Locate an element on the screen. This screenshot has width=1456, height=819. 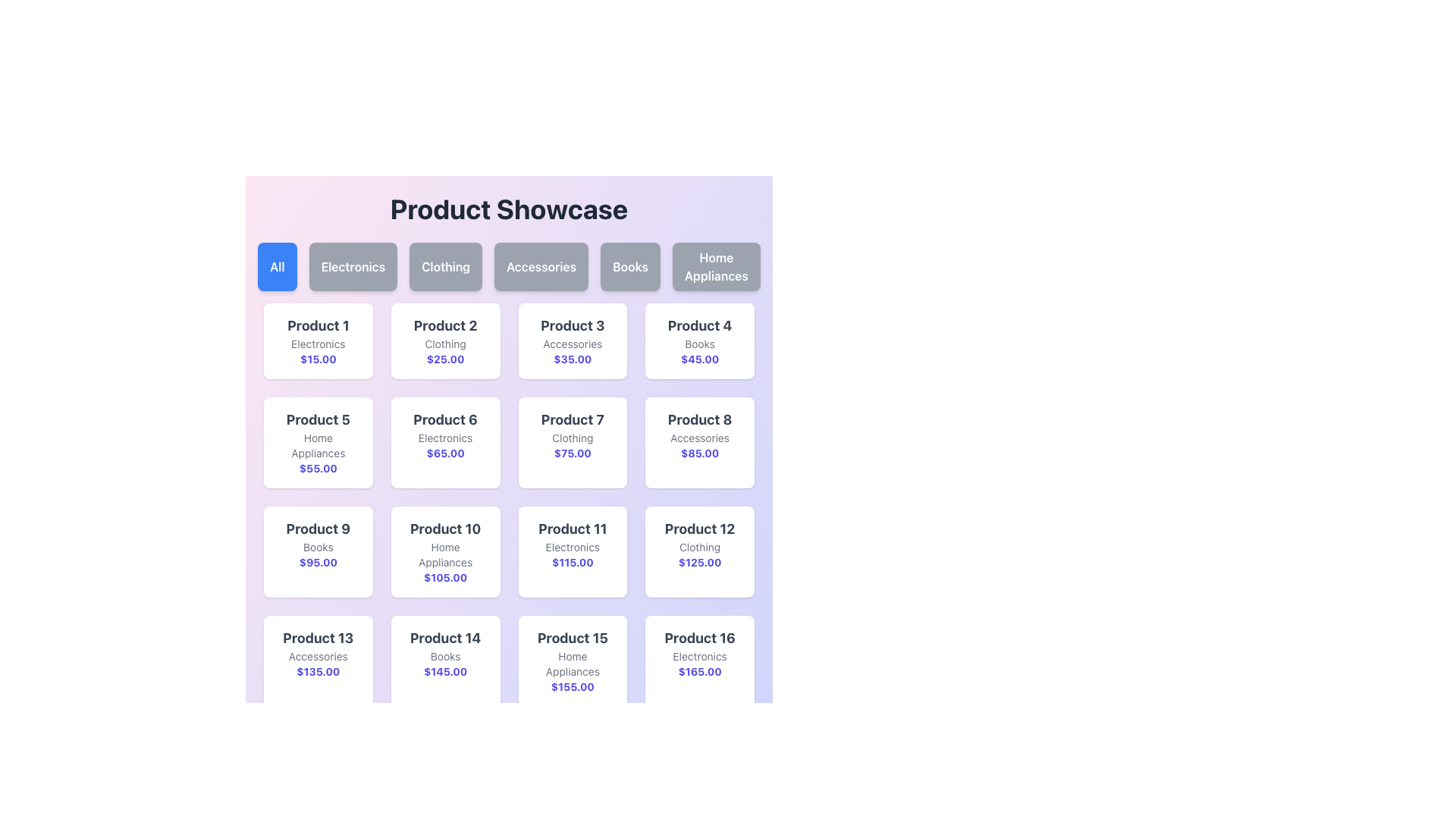
the third product card in the grid layout, which contains information about a specific product and is located between 'Product 2' and 'Product 4' is located at coordinates (572, 341).